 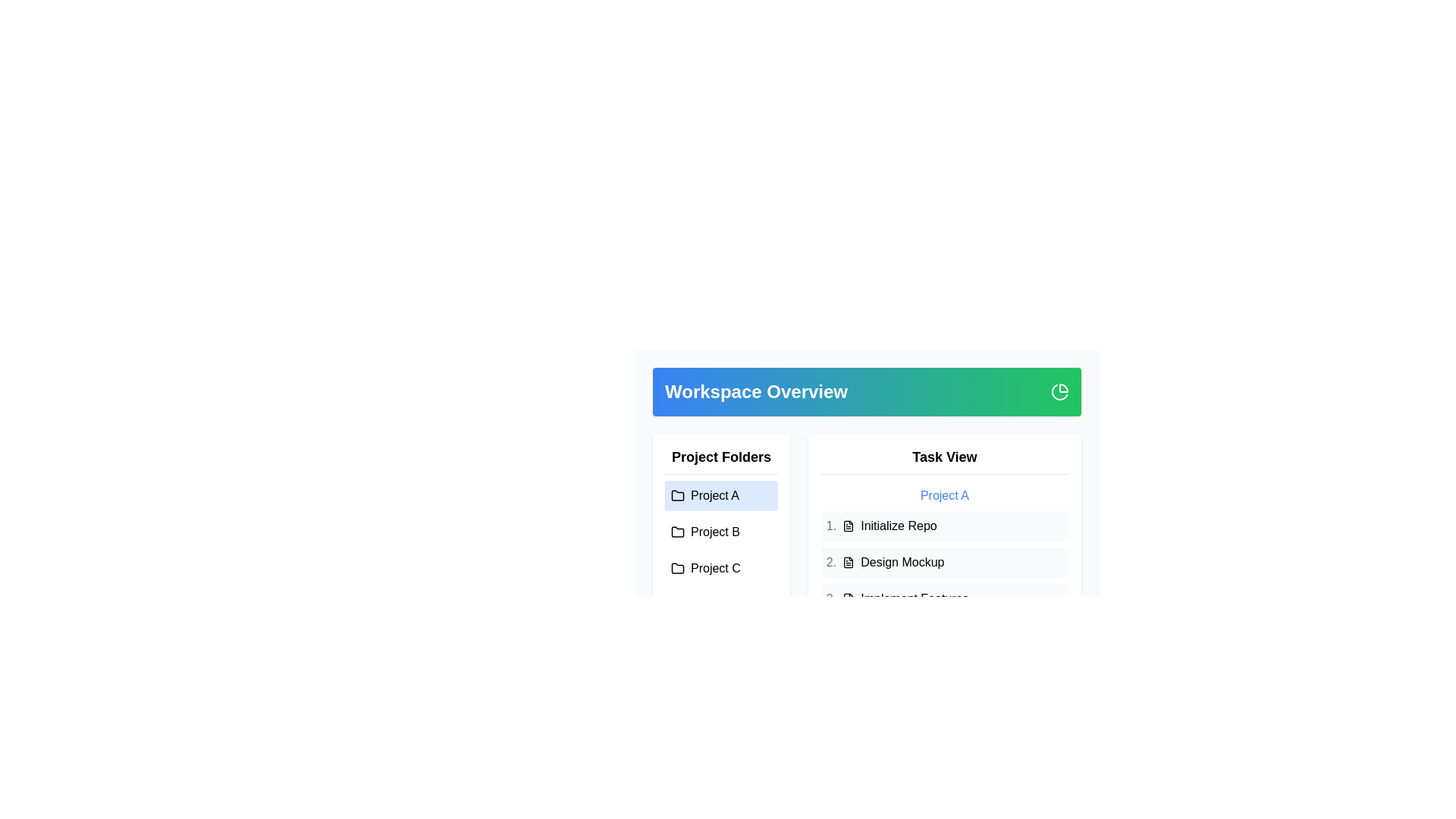 What do you see at coordinates (867, 463) in the screenshot?
I see `individual items within the white panel containing sections like 'Workspace Overview' and 'Task View', which is centrally located at the coordinates provided` at bounding box center [867, 463].